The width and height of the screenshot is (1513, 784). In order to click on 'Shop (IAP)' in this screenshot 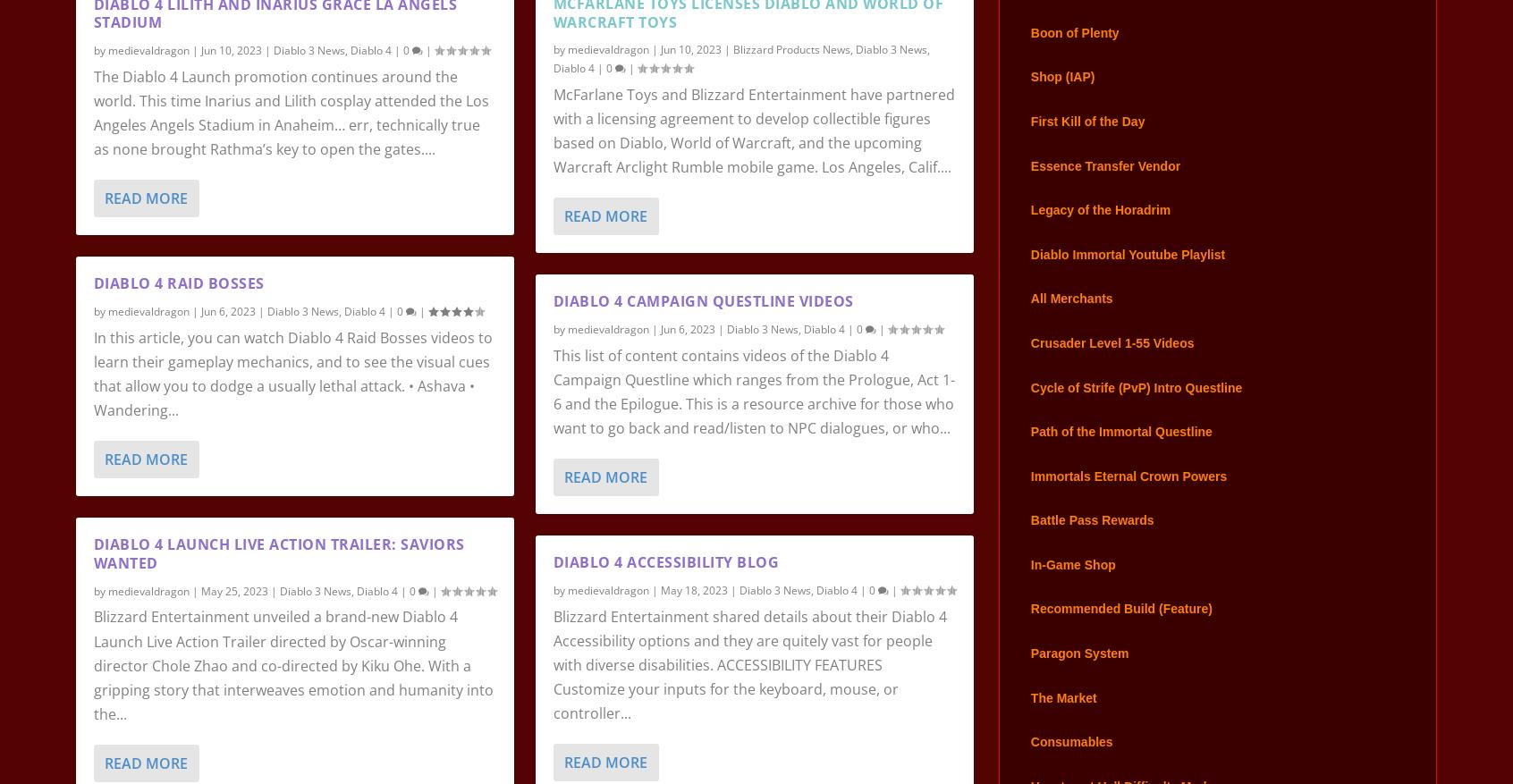, I will do `click(1029, 99)`.